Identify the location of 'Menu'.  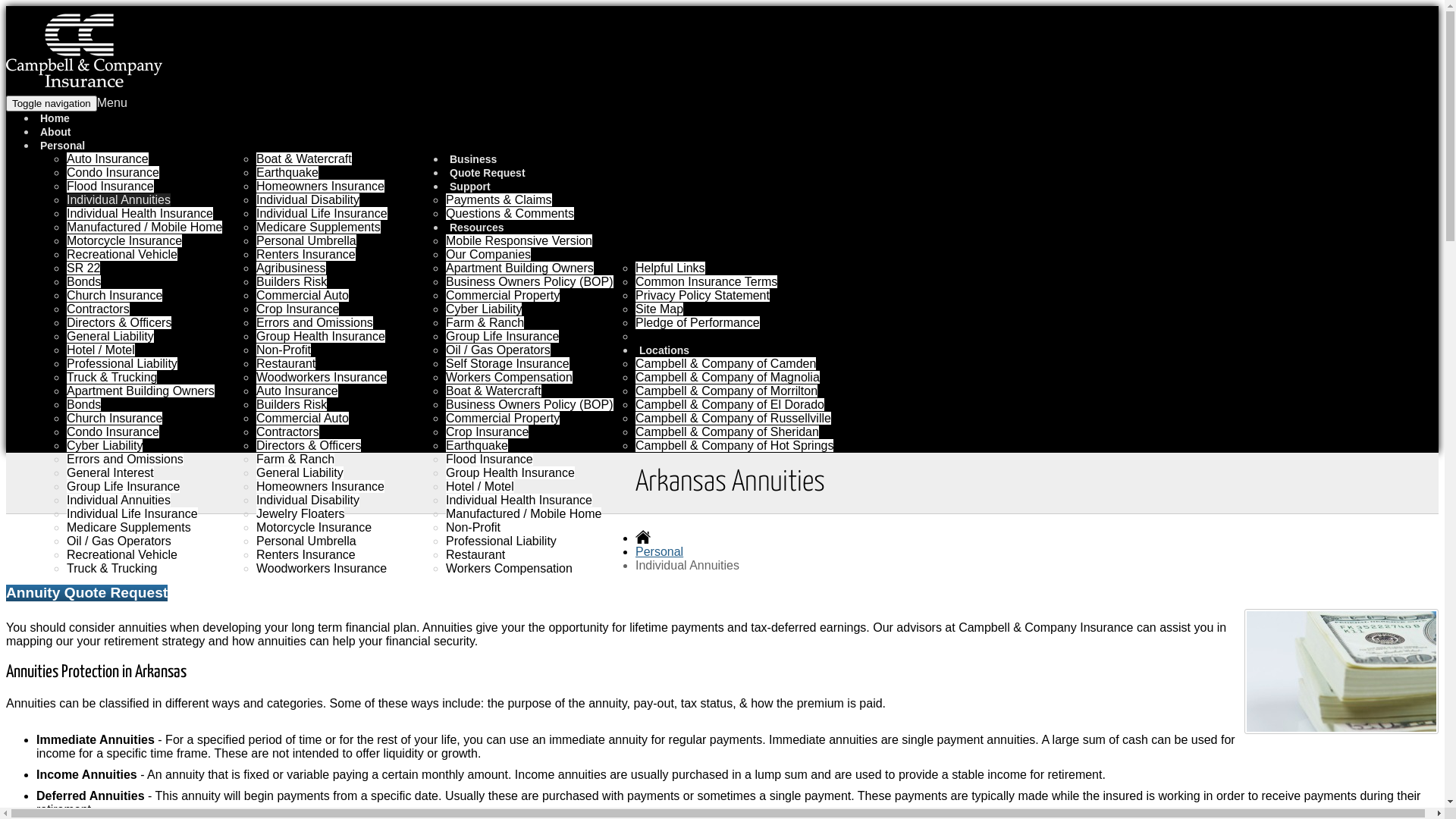
(111, 102).